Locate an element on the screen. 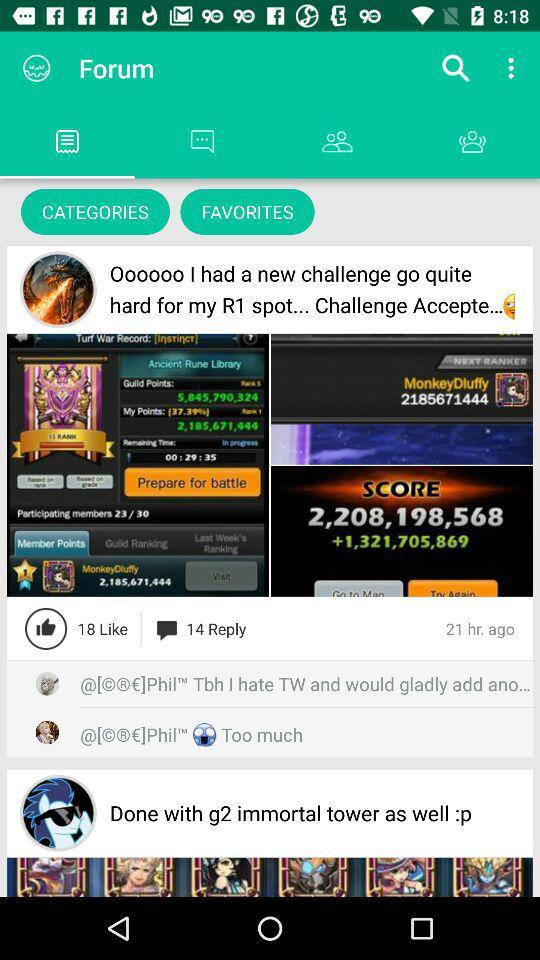 This screenshot has width=540, height=960. the favorites is located at coordinates (247, 211).